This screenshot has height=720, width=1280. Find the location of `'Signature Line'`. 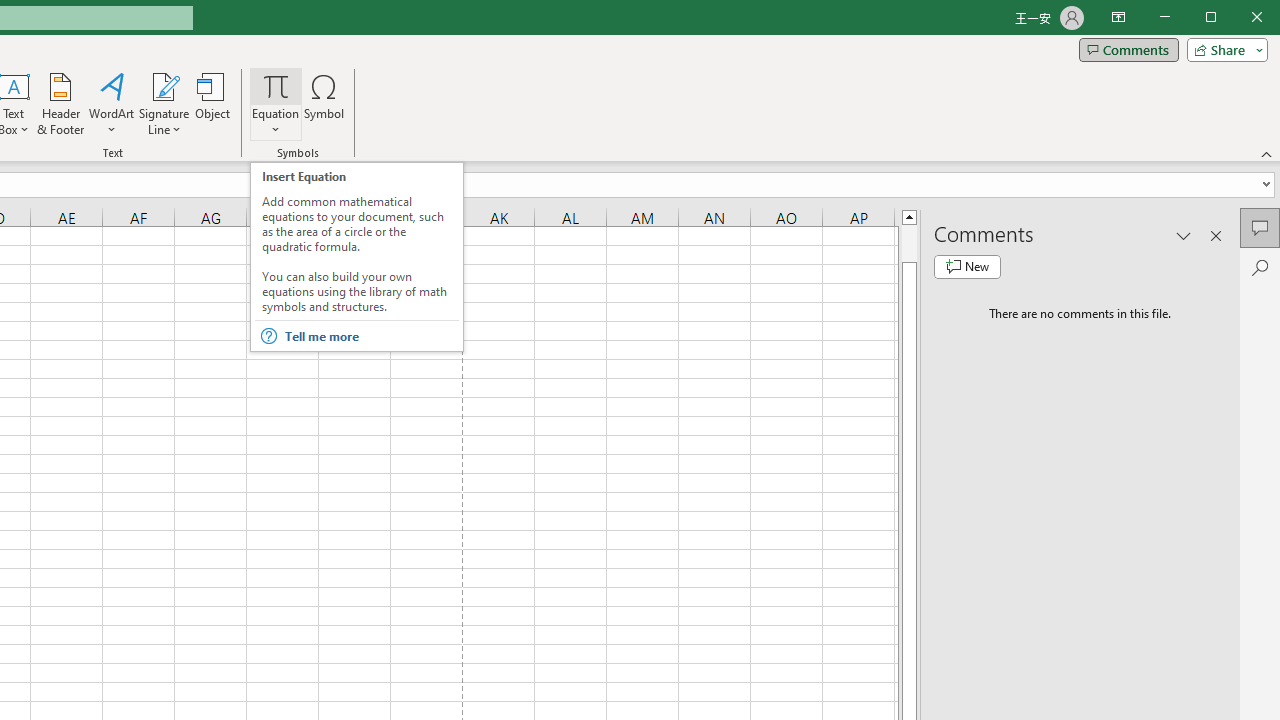

'Signature Line' is located at coordinates (164, 85).